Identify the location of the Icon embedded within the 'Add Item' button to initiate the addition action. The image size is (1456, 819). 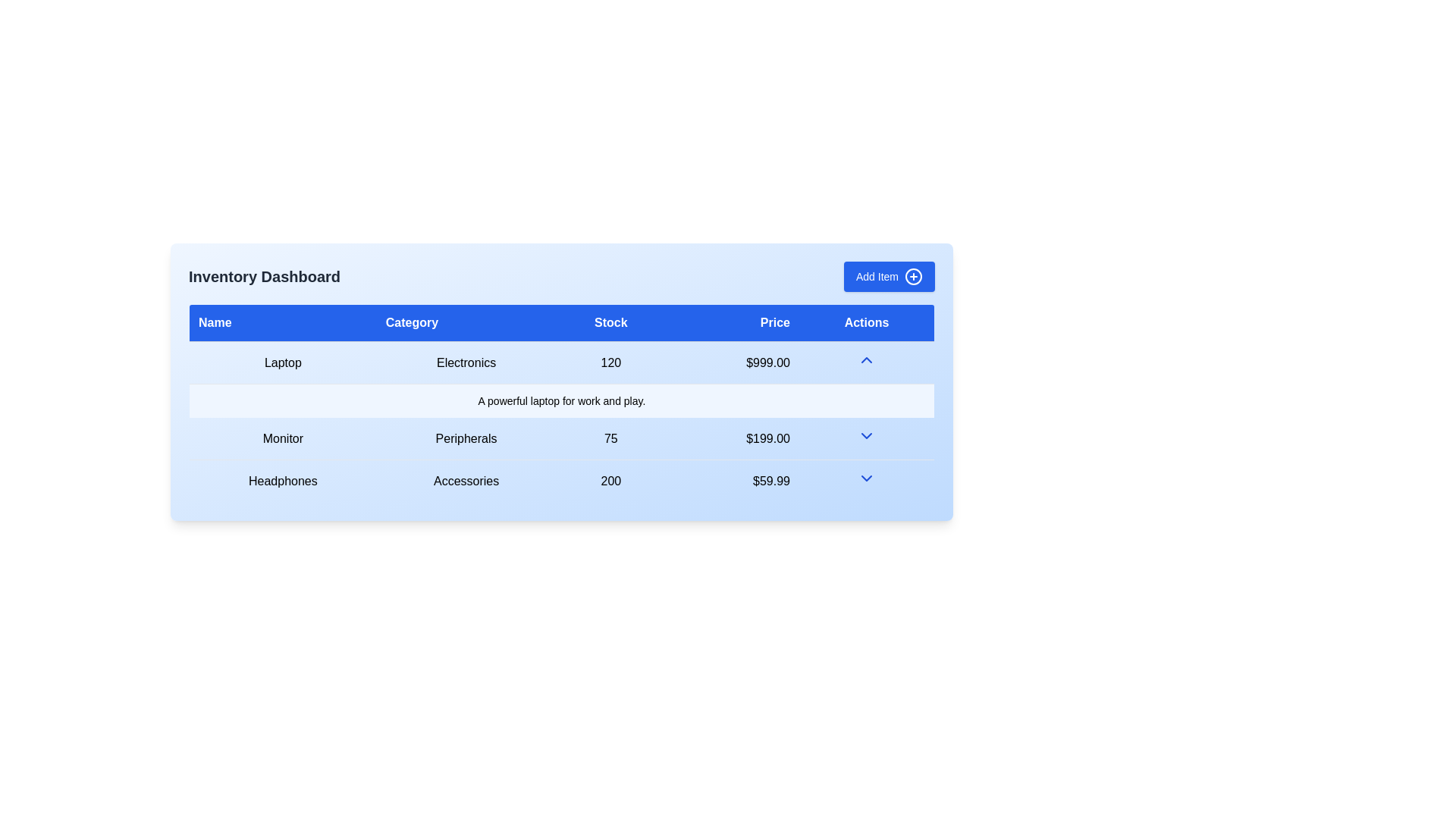
(912, 277).